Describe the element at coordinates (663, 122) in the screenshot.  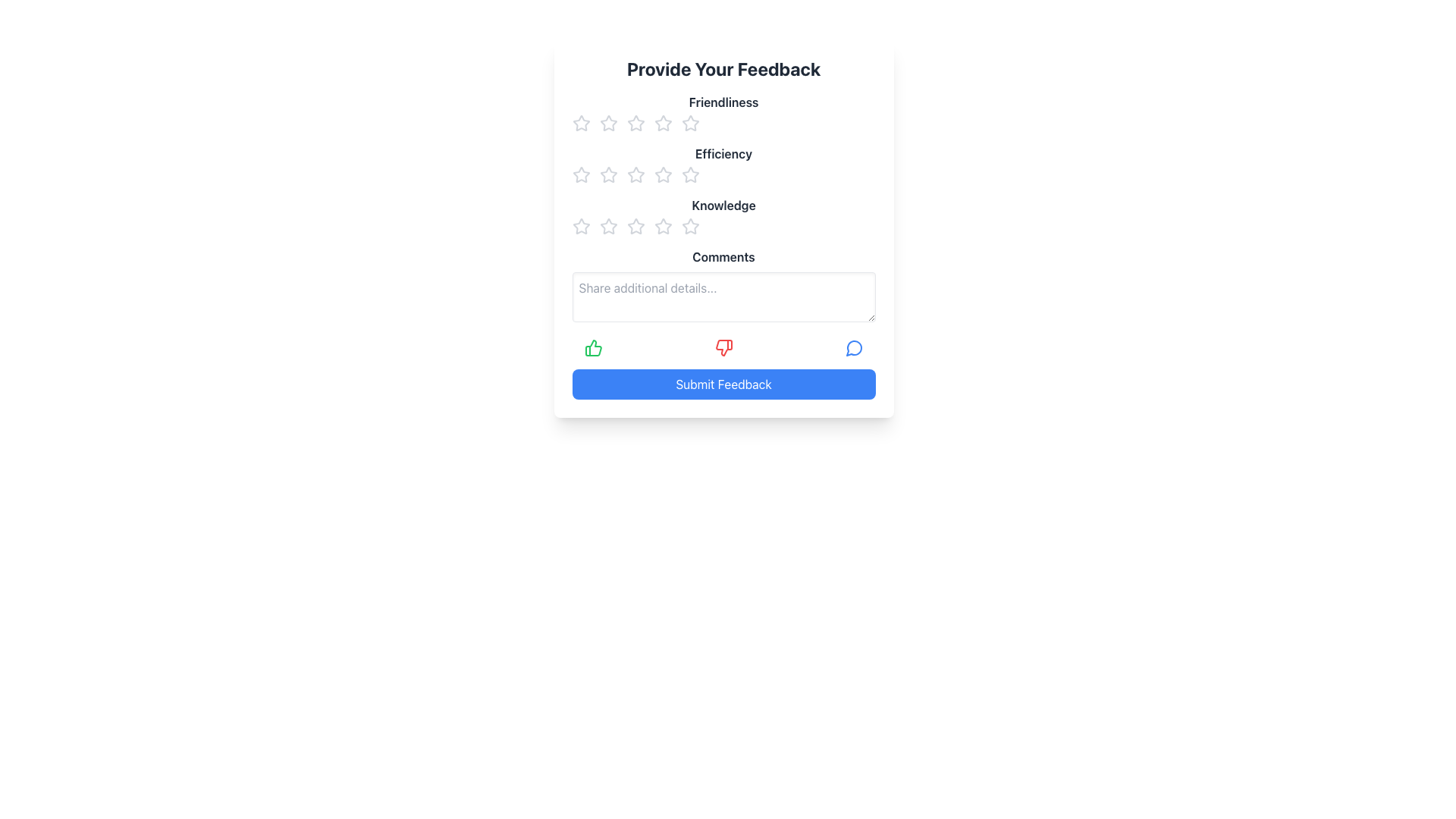
I see `the fourth star-shaped icon with a gray border and hollow center under the 'Friendliness' section to rate it` at that location.